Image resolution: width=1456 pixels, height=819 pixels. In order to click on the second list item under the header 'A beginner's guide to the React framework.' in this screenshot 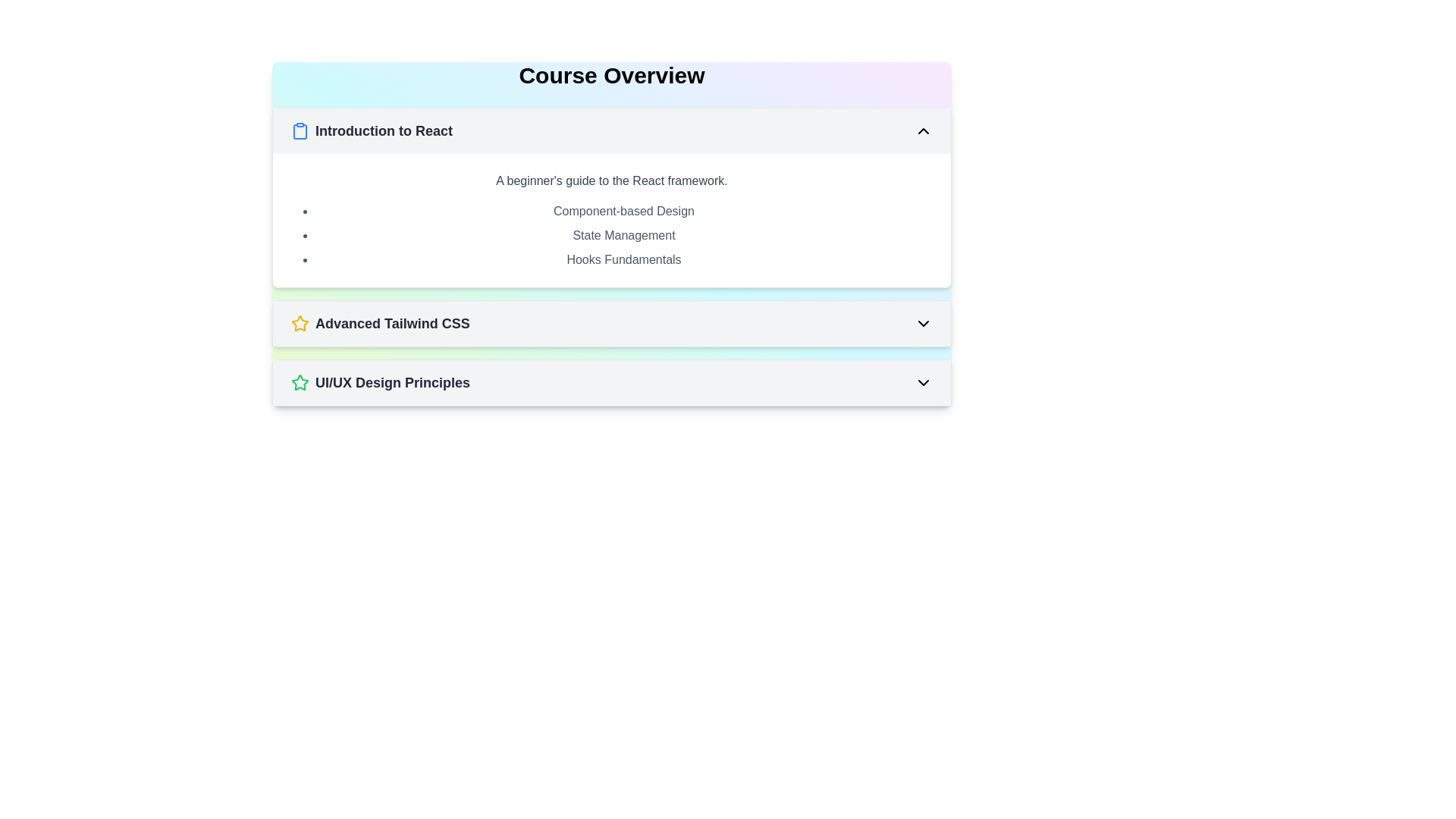, I will do `click(611, 236)`.